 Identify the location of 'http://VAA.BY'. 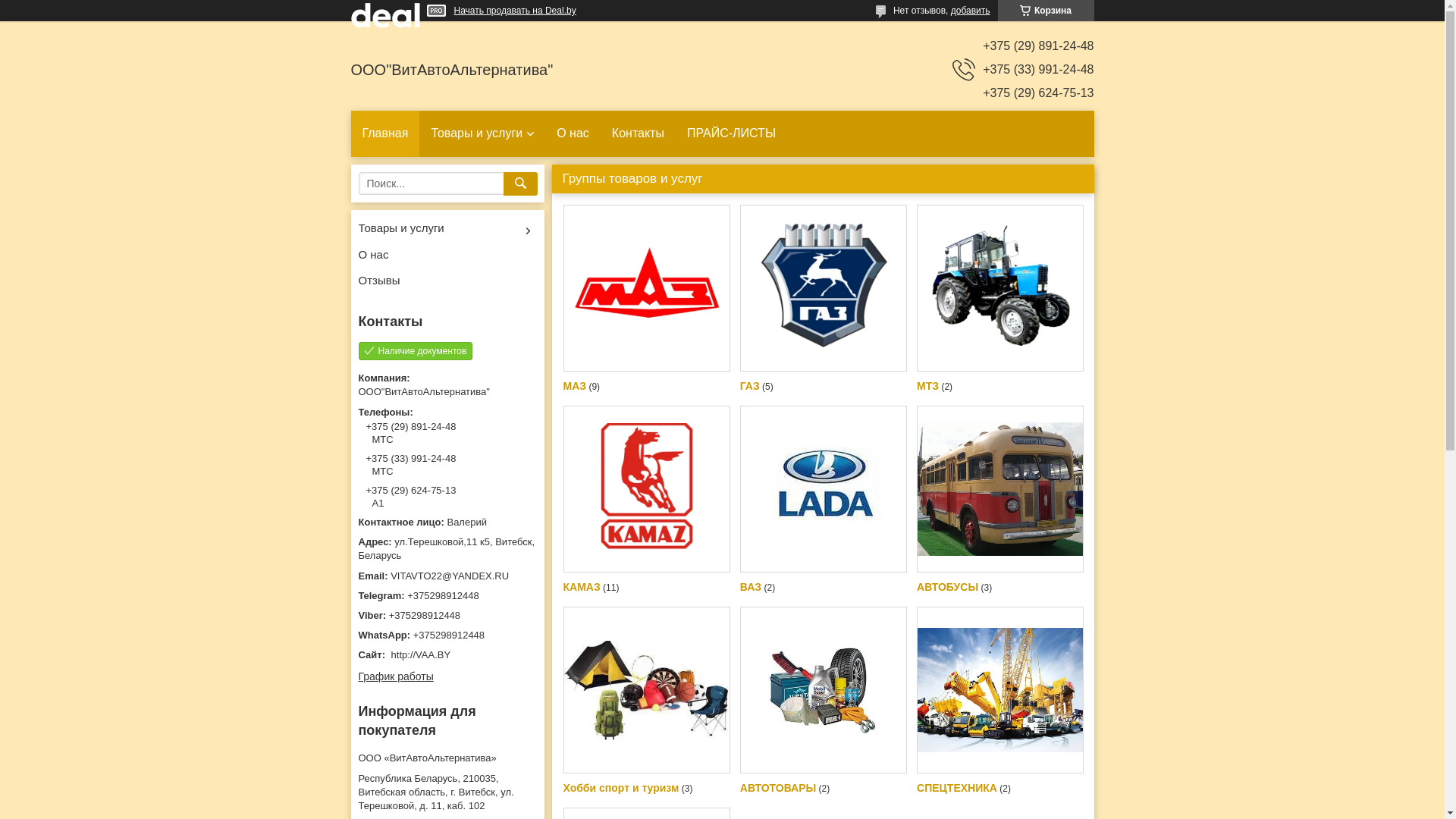
(421, 654).